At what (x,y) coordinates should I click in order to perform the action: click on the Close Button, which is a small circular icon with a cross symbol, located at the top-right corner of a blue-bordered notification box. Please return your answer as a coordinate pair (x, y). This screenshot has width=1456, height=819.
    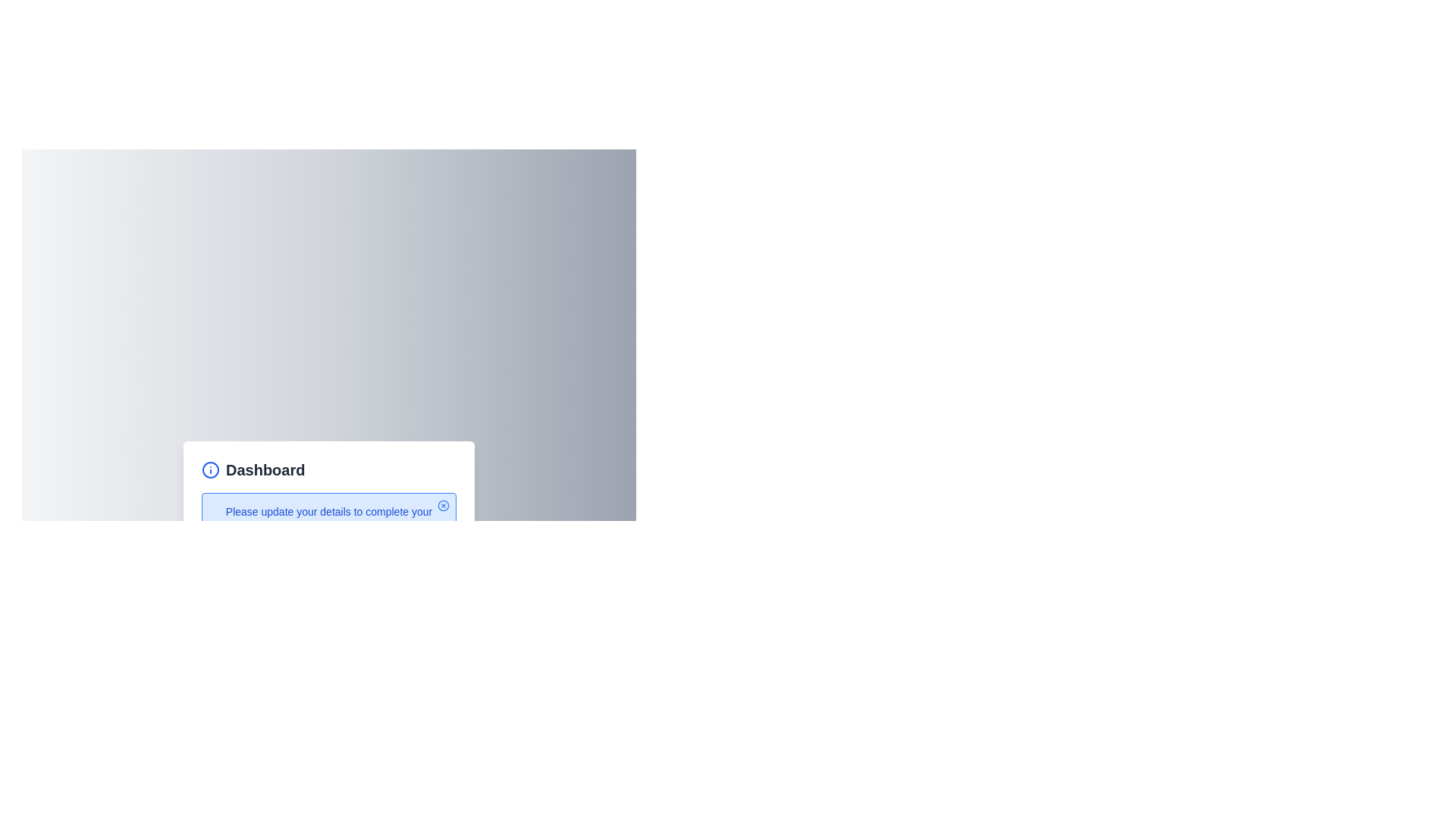
    Looking at the image, I should click on (443, 506).